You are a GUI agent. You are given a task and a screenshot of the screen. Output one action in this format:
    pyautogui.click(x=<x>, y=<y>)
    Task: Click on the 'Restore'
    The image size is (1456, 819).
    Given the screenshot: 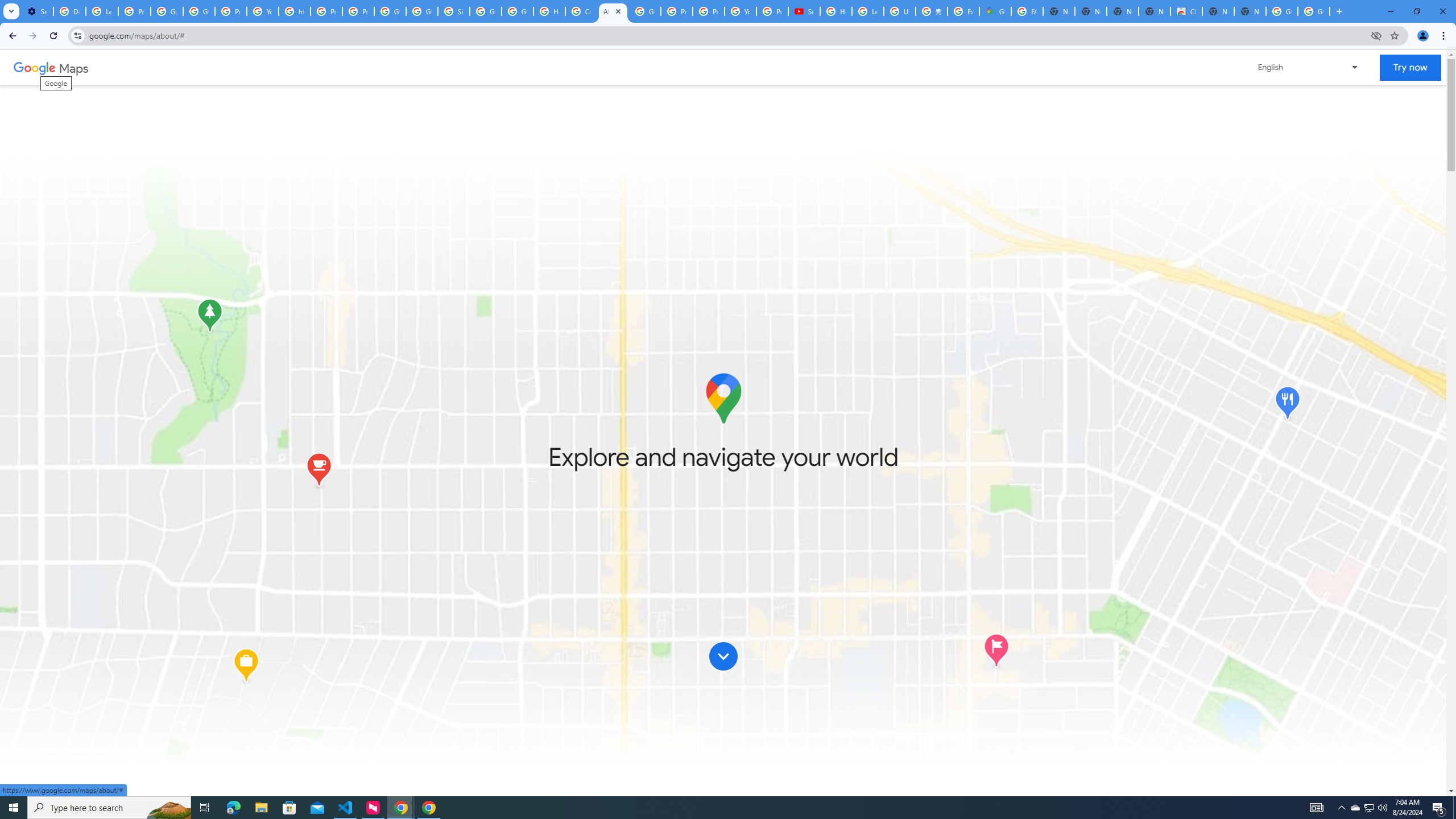 What is the action you would take?
    pyautogui.click(x=1416, y=11)
    